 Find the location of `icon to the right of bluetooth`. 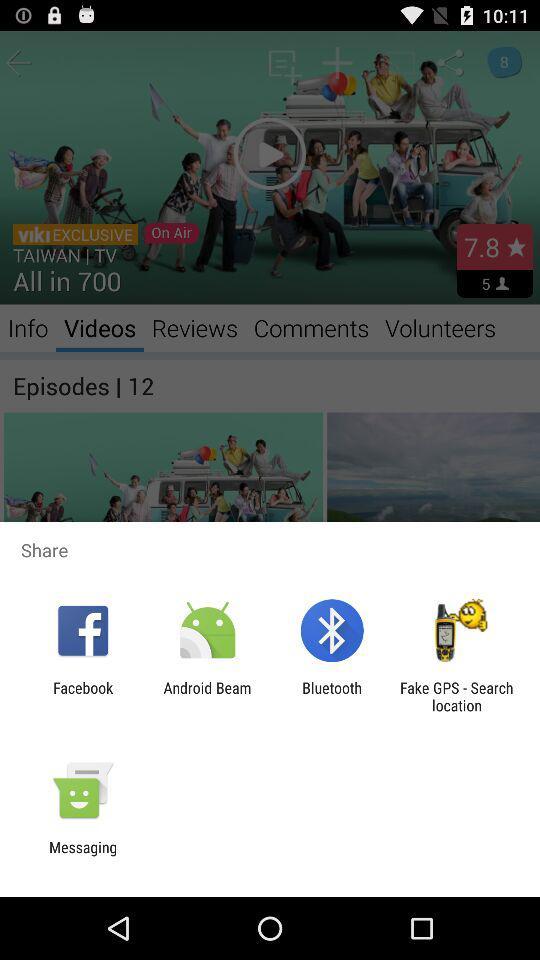

icon to the right of bluetooth is located at coordinates (456, 696).